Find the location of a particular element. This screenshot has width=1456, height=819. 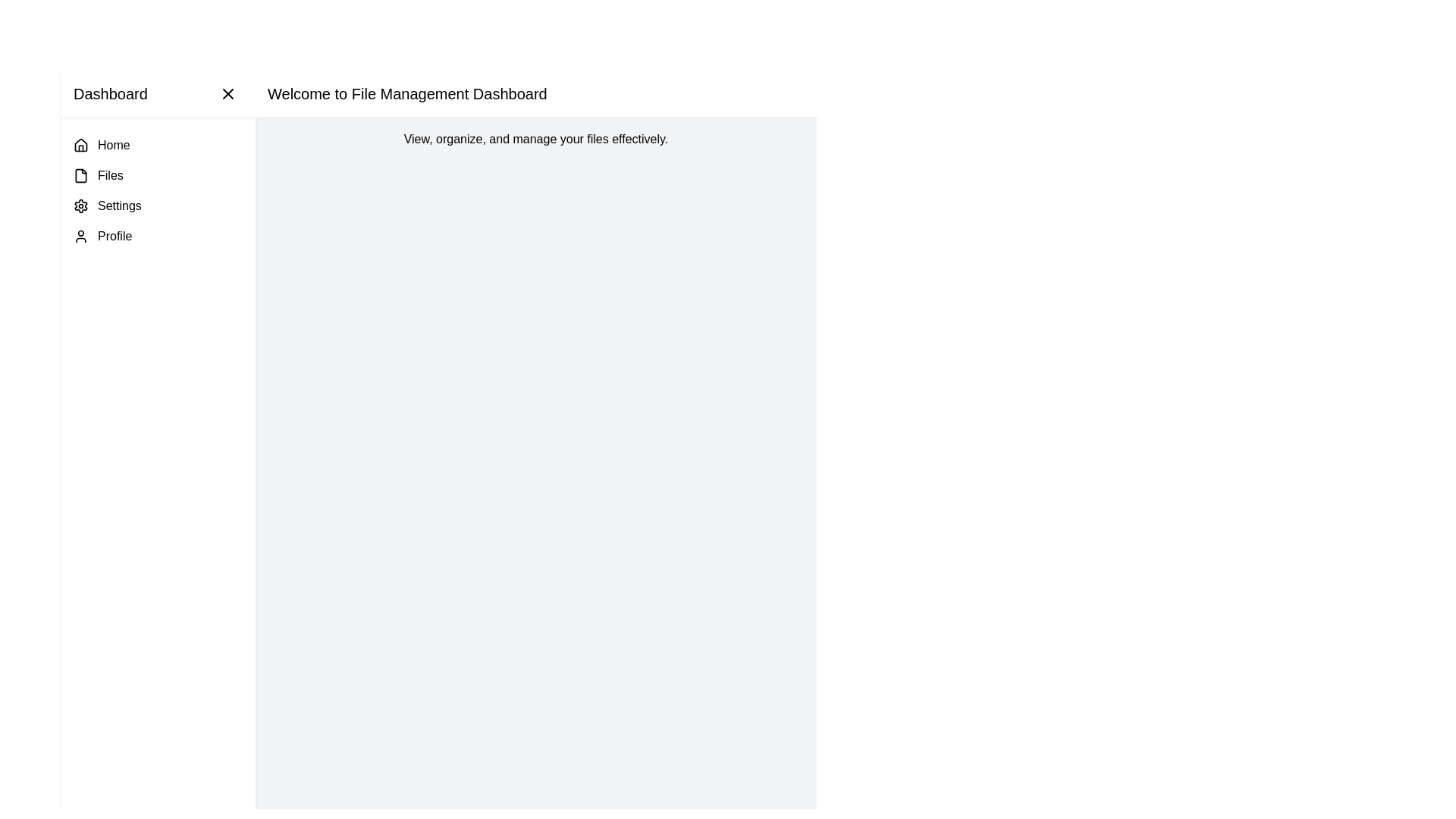

the minimalist 'X' shaped icon in the header section of the dashboard interface is located at coordinates (227, 93).